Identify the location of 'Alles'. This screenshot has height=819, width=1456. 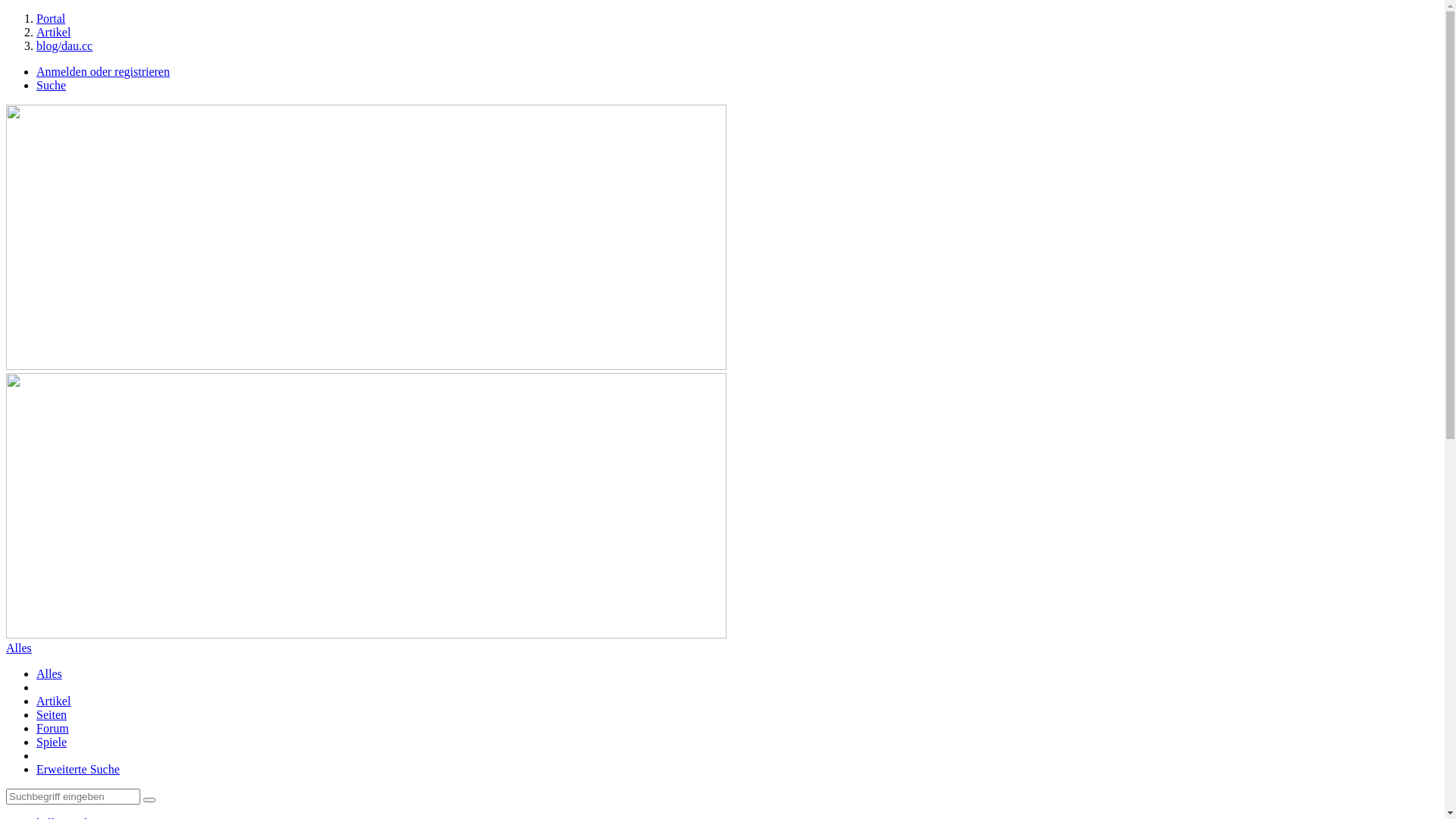
(49, 673).